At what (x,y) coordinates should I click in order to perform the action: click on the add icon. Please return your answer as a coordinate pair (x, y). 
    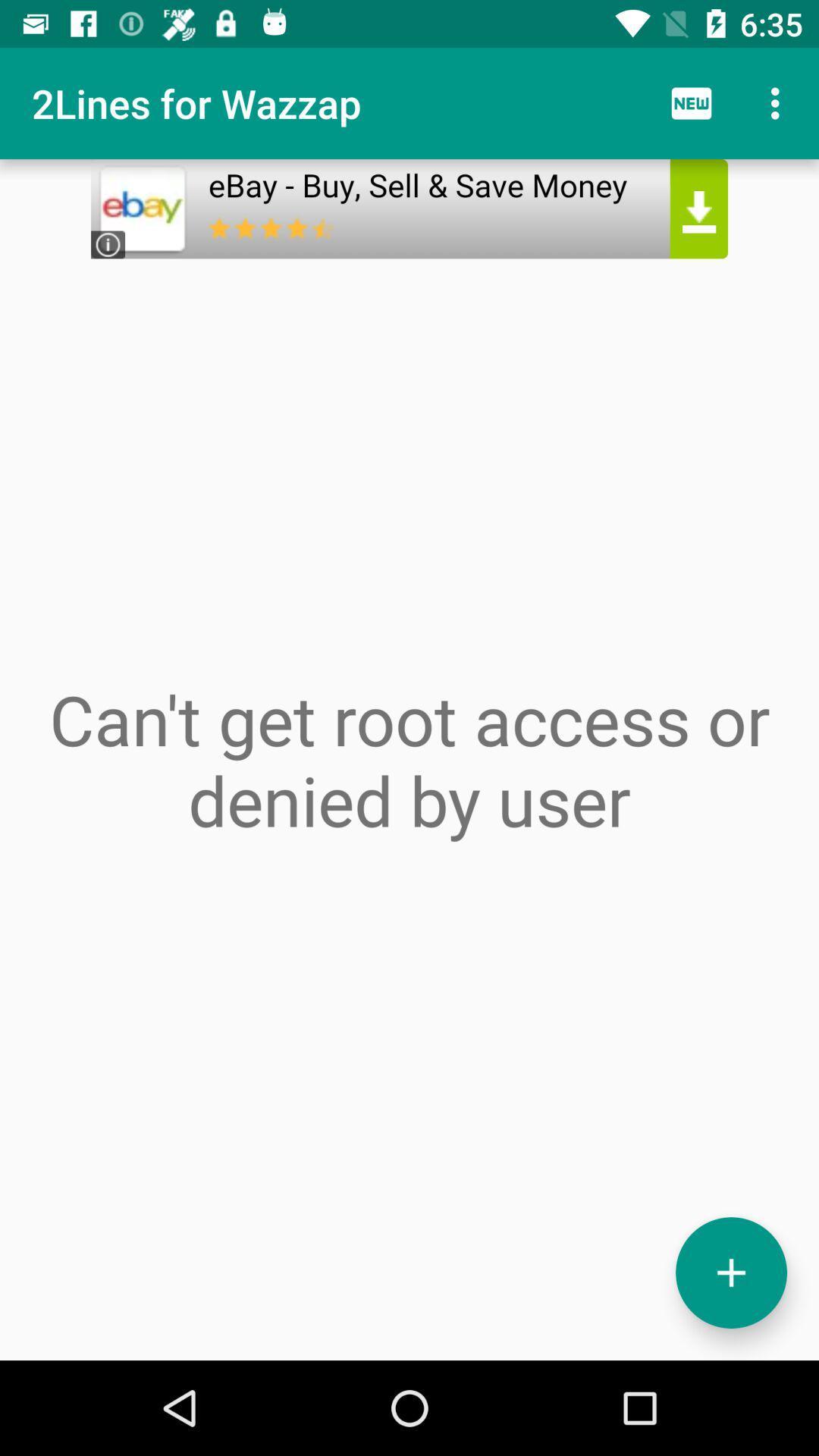
    Looking at the image, I should click on (730, 1272).